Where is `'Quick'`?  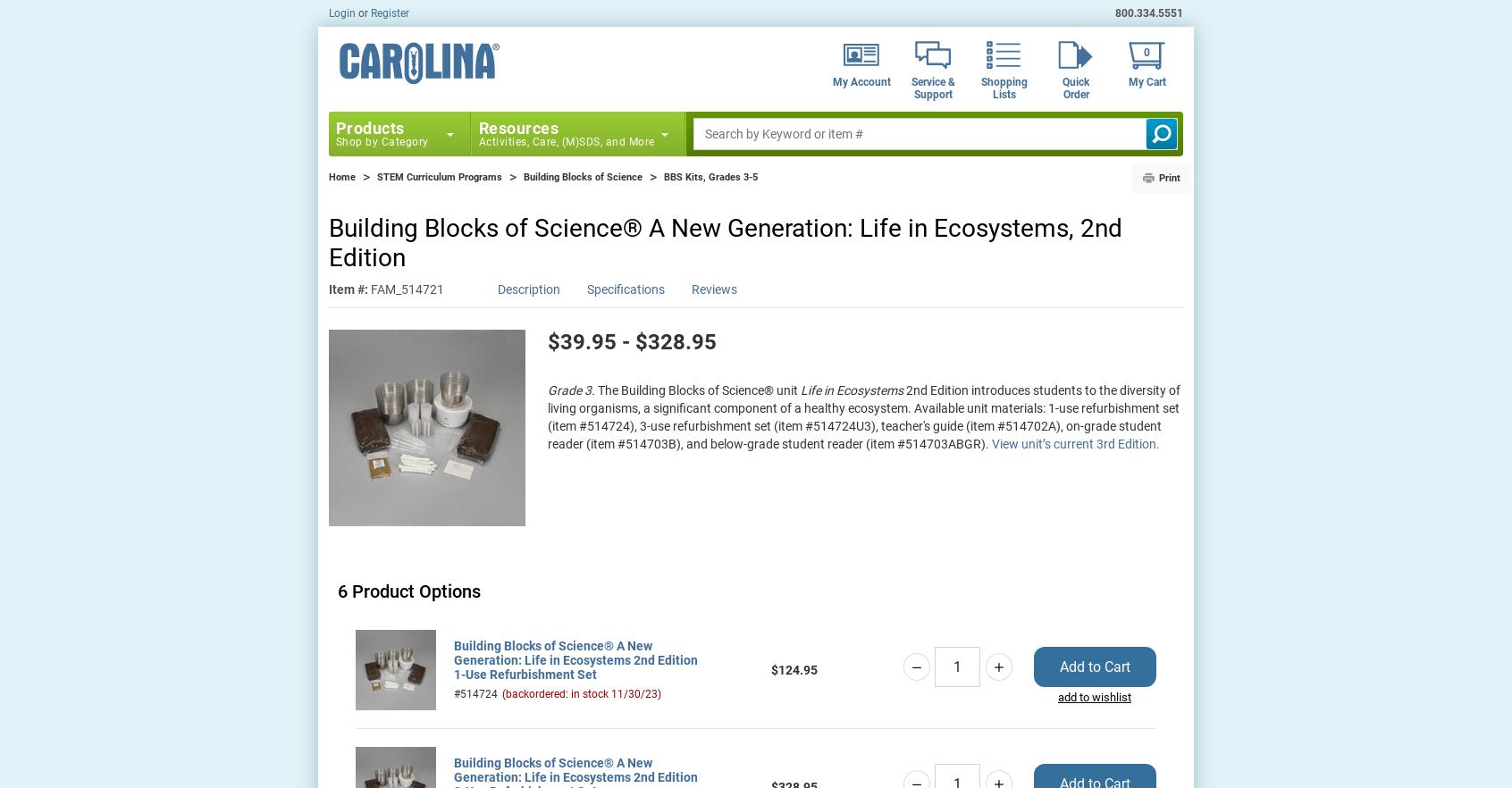 'Quick' is located at coordinates (1061, 81).